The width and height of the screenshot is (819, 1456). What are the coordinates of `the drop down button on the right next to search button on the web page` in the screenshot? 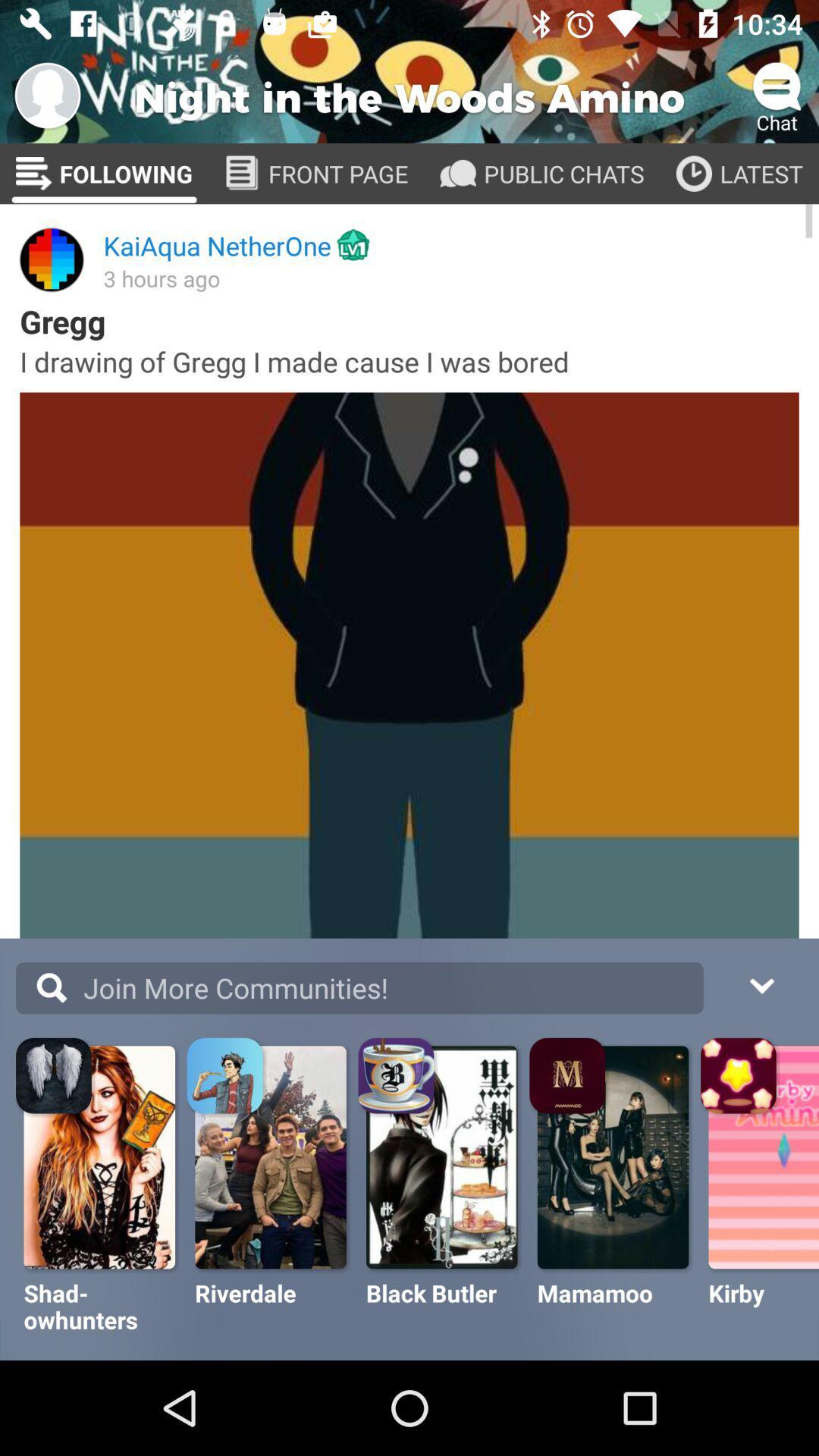 It's located at (759, 999).